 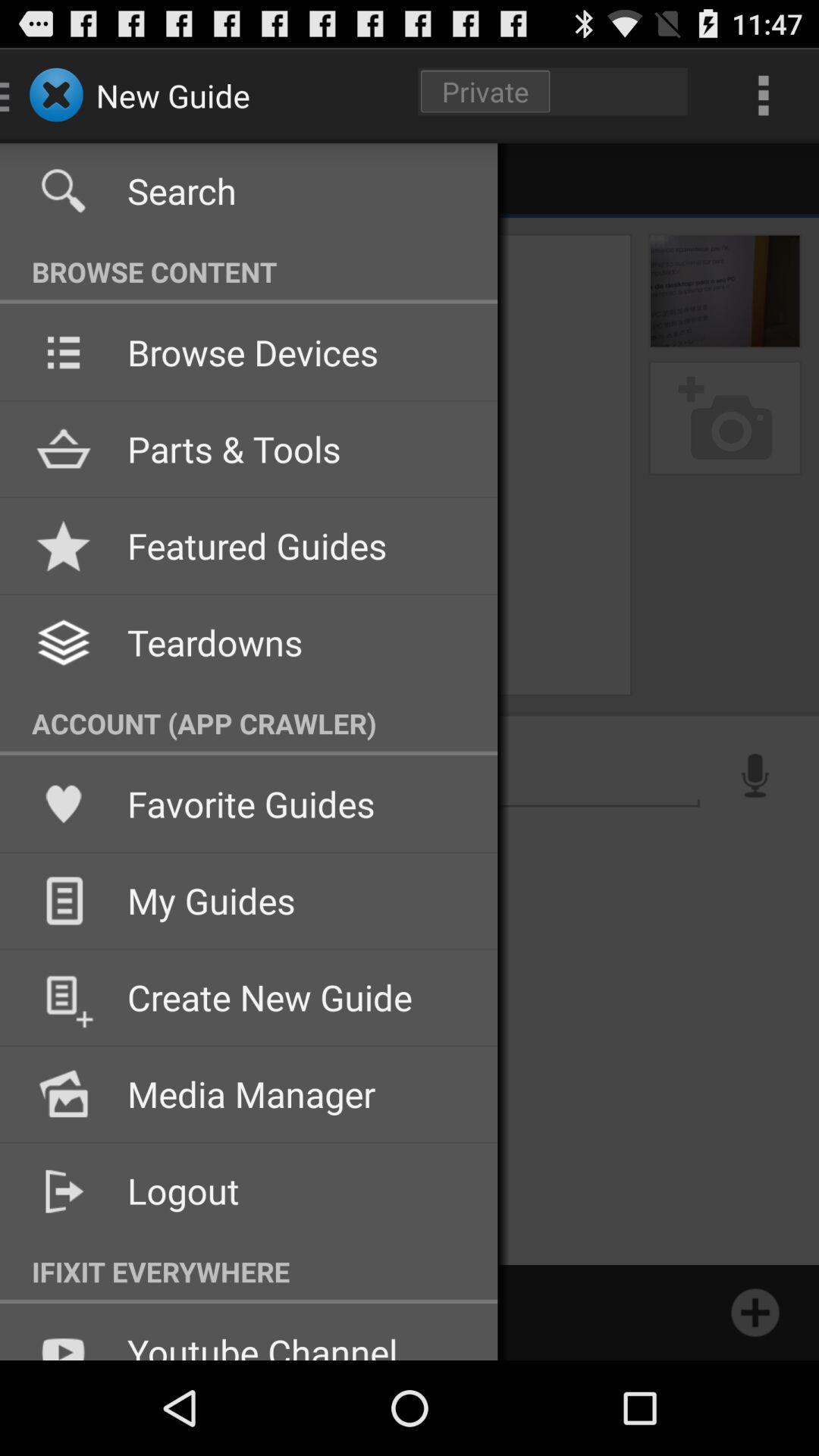 I want to click on the add icon, so click(x=755, y=1404).